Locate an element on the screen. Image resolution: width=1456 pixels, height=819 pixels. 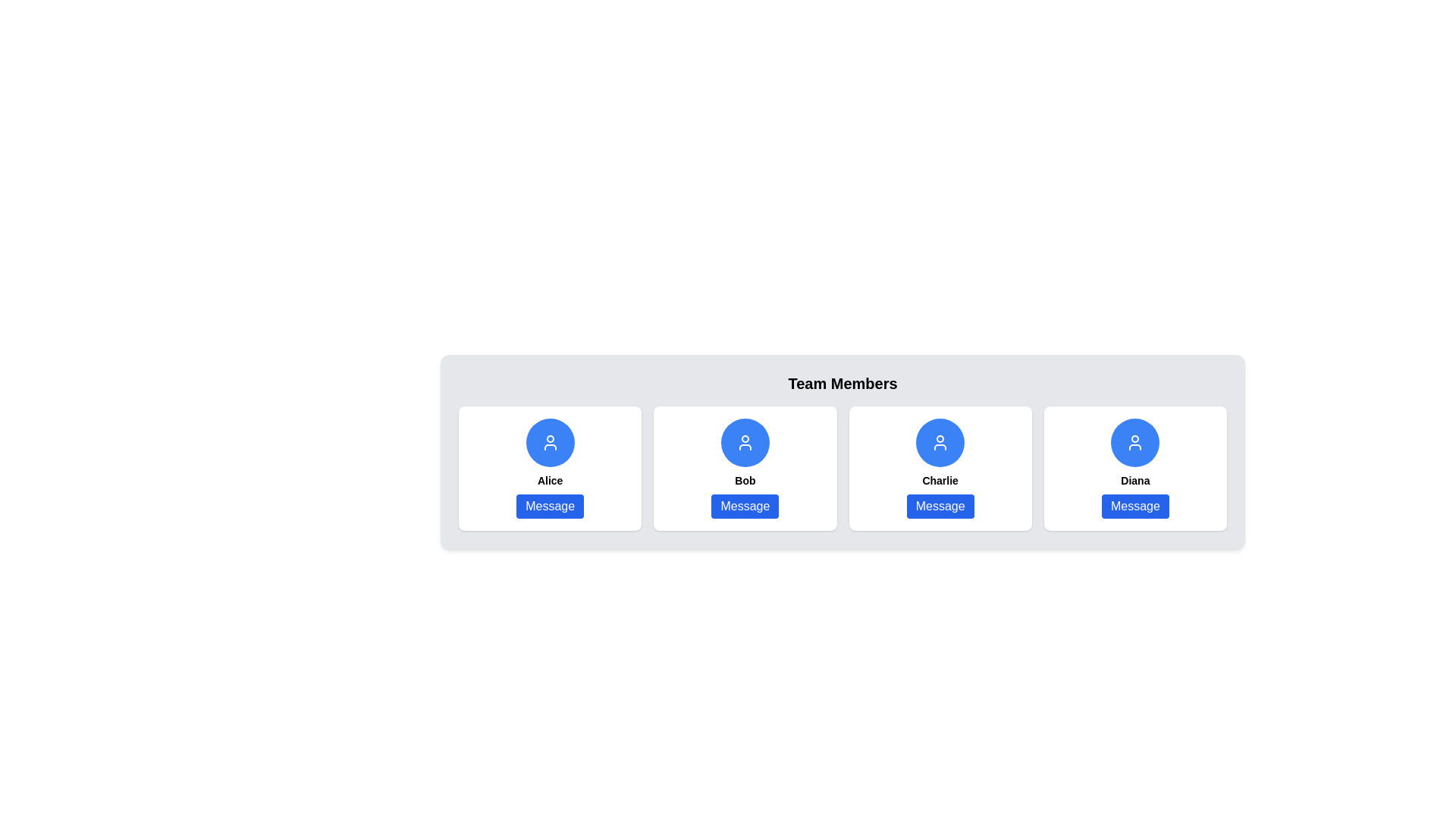
the static text label identifying 'Charlie' located above the 'Message' button and below the circular avatar in the third card of the horizontally aligned list is located at coordinates (940, 480).